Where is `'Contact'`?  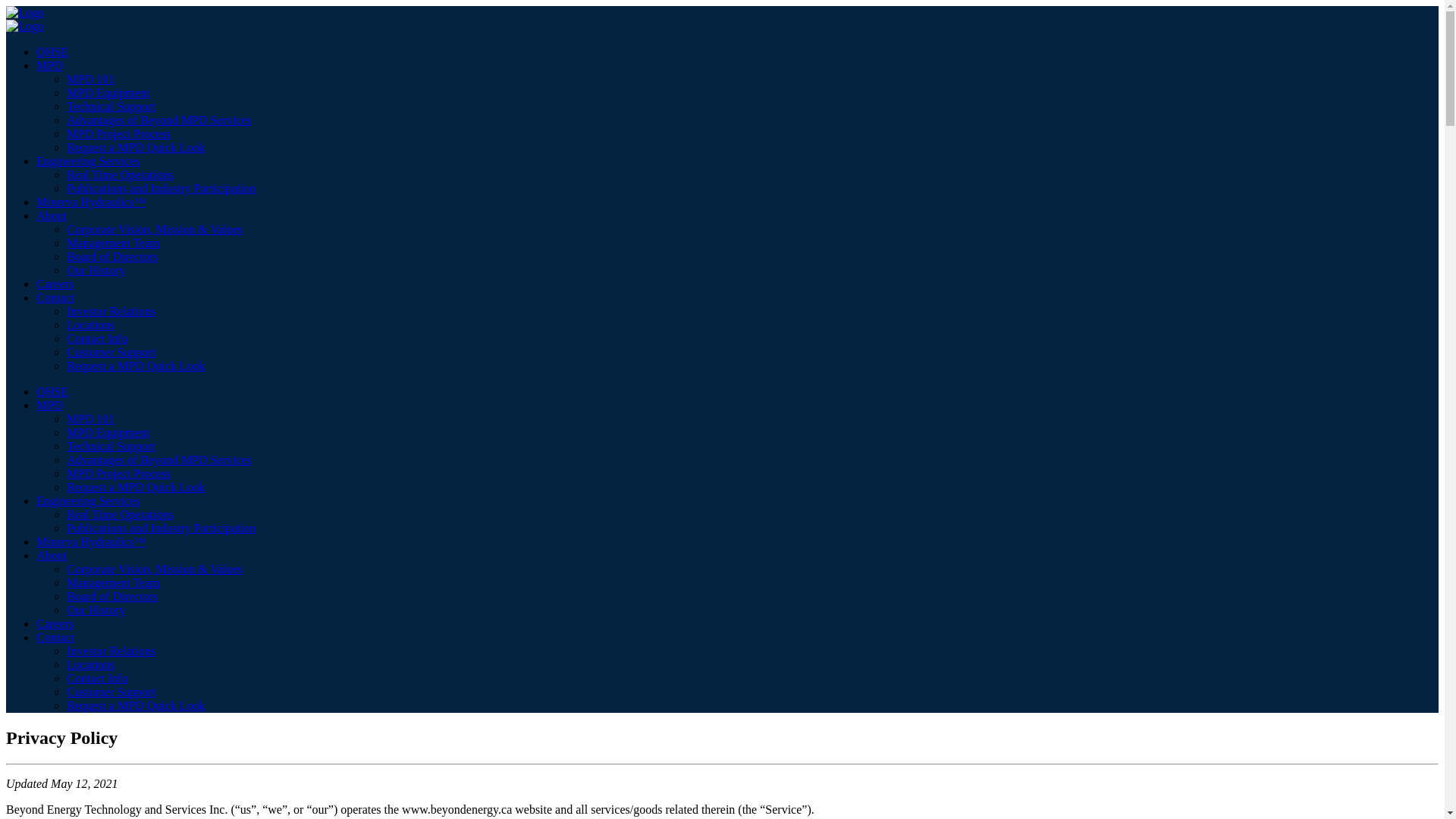 'Contact' is located at coordinates (55, 637).